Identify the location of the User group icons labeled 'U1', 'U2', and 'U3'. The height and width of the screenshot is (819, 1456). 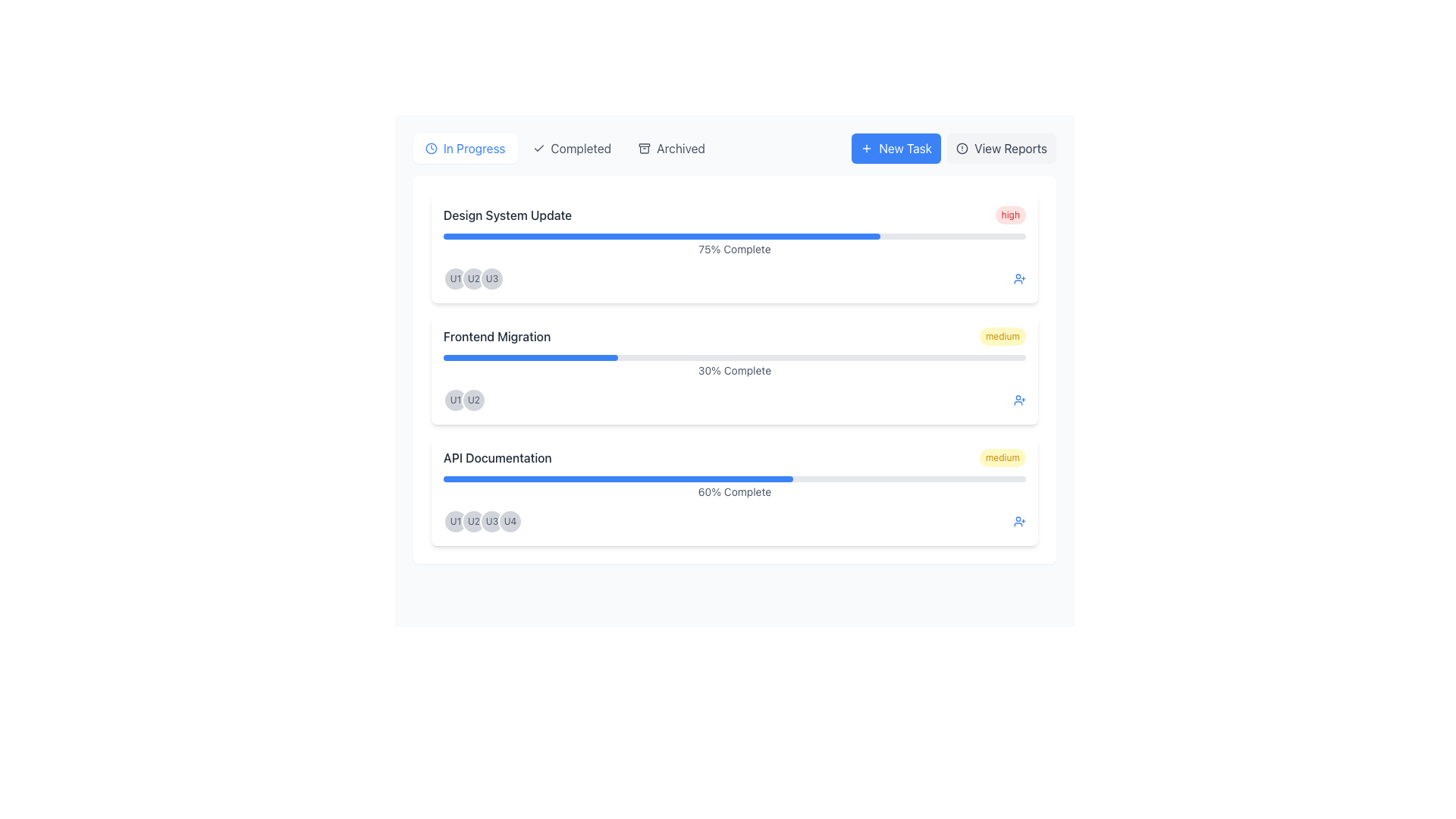
(735, 278).